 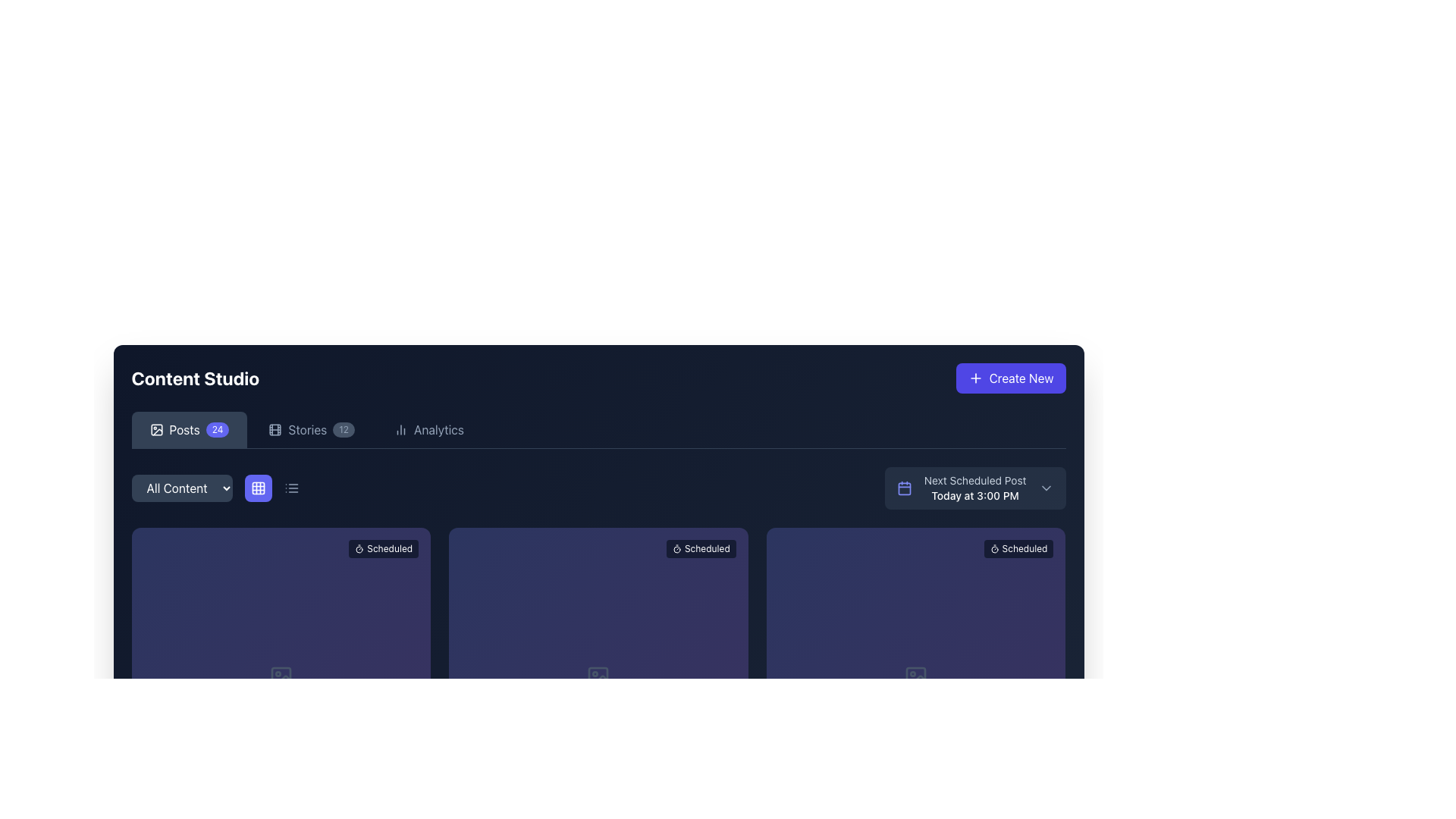 I want to click on the list view toggle button, which is a small icon with three horizontal lines and circles to the left, located in the top navigation section of the interface, so click(x=291, y=488).